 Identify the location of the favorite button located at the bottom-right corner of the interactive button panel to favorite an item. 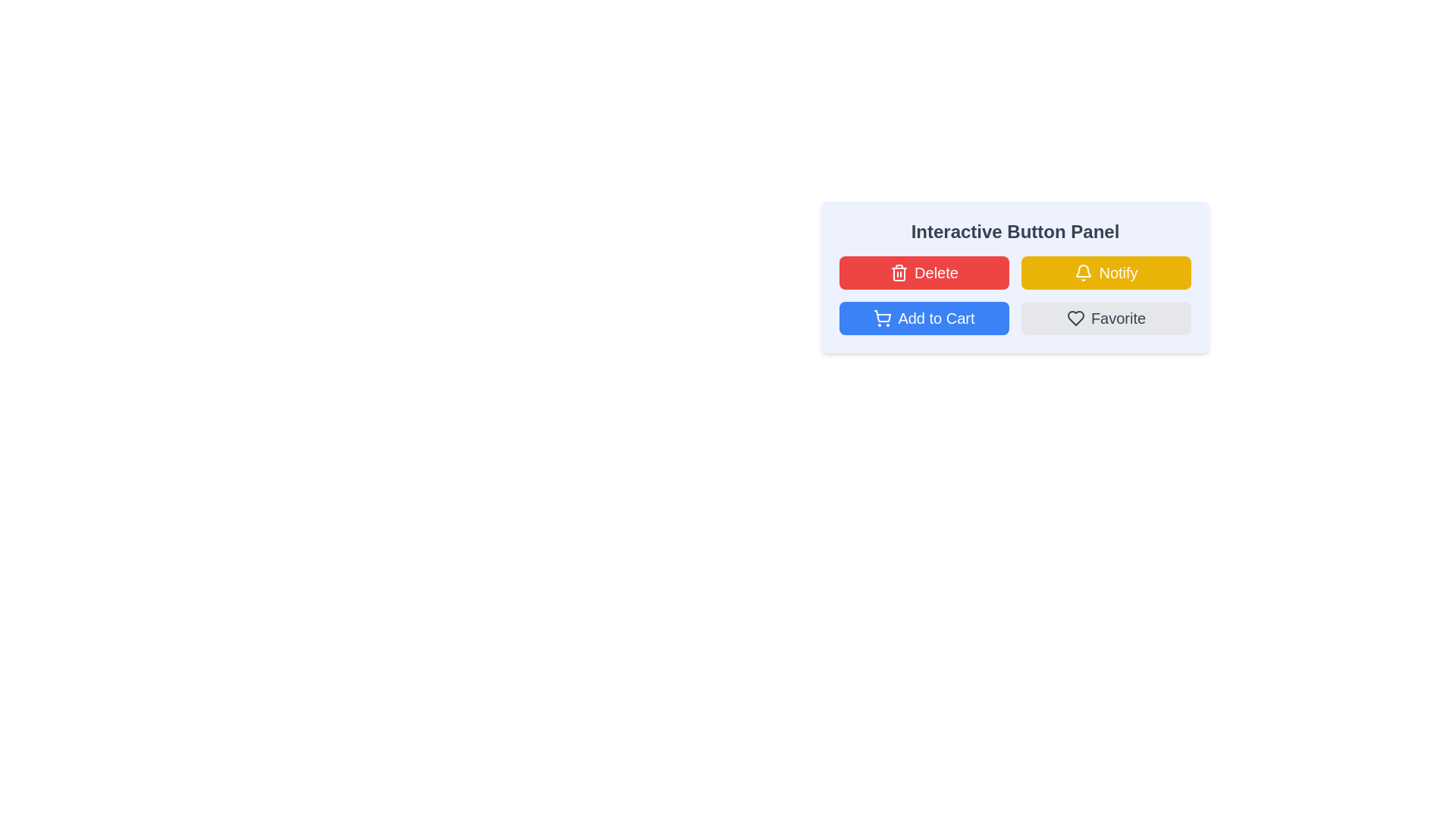
(1106, 318).